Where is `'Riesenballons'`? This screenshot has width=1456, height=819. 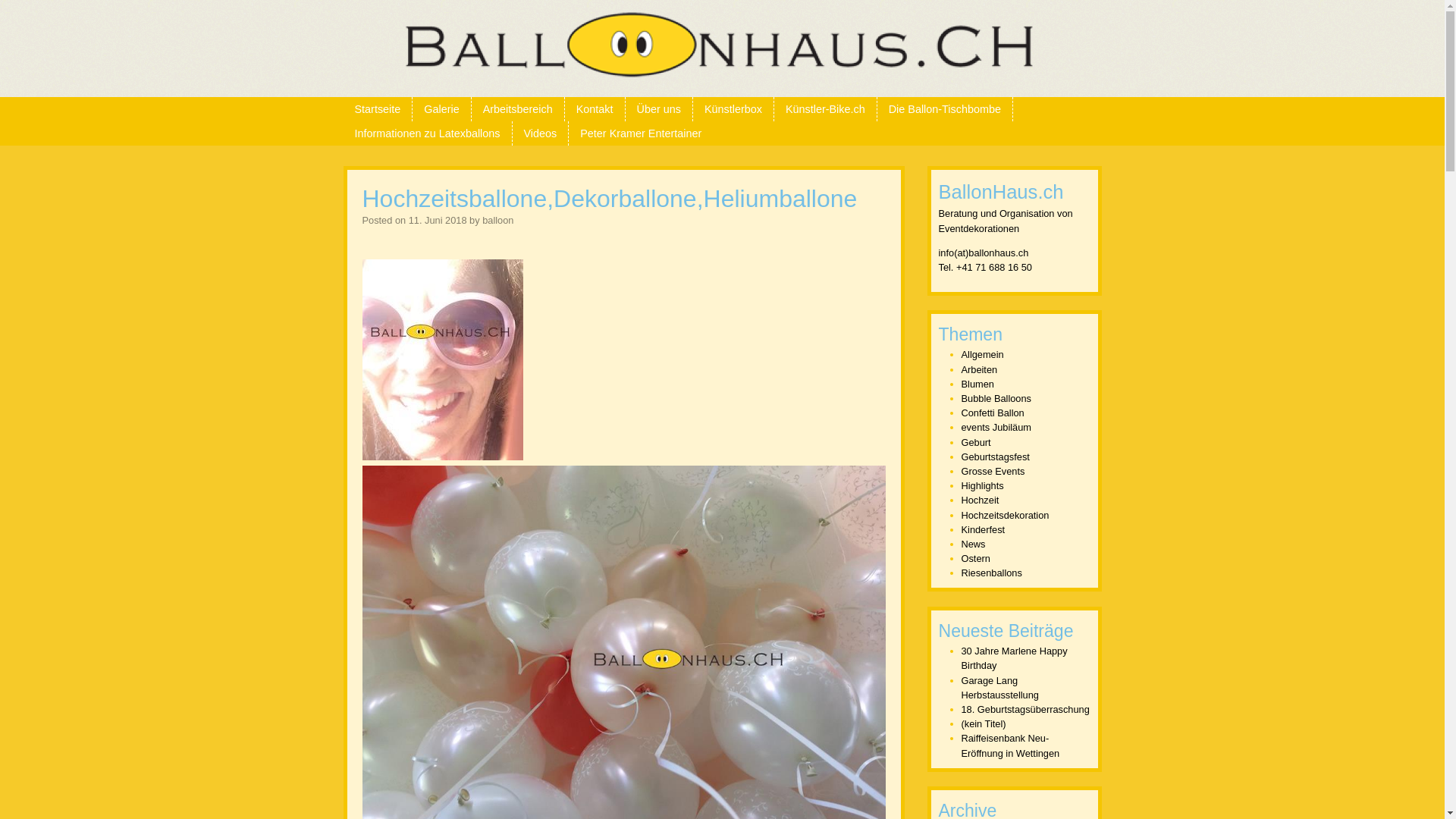 'Riesenballons' is located at coordinates (960, 573).